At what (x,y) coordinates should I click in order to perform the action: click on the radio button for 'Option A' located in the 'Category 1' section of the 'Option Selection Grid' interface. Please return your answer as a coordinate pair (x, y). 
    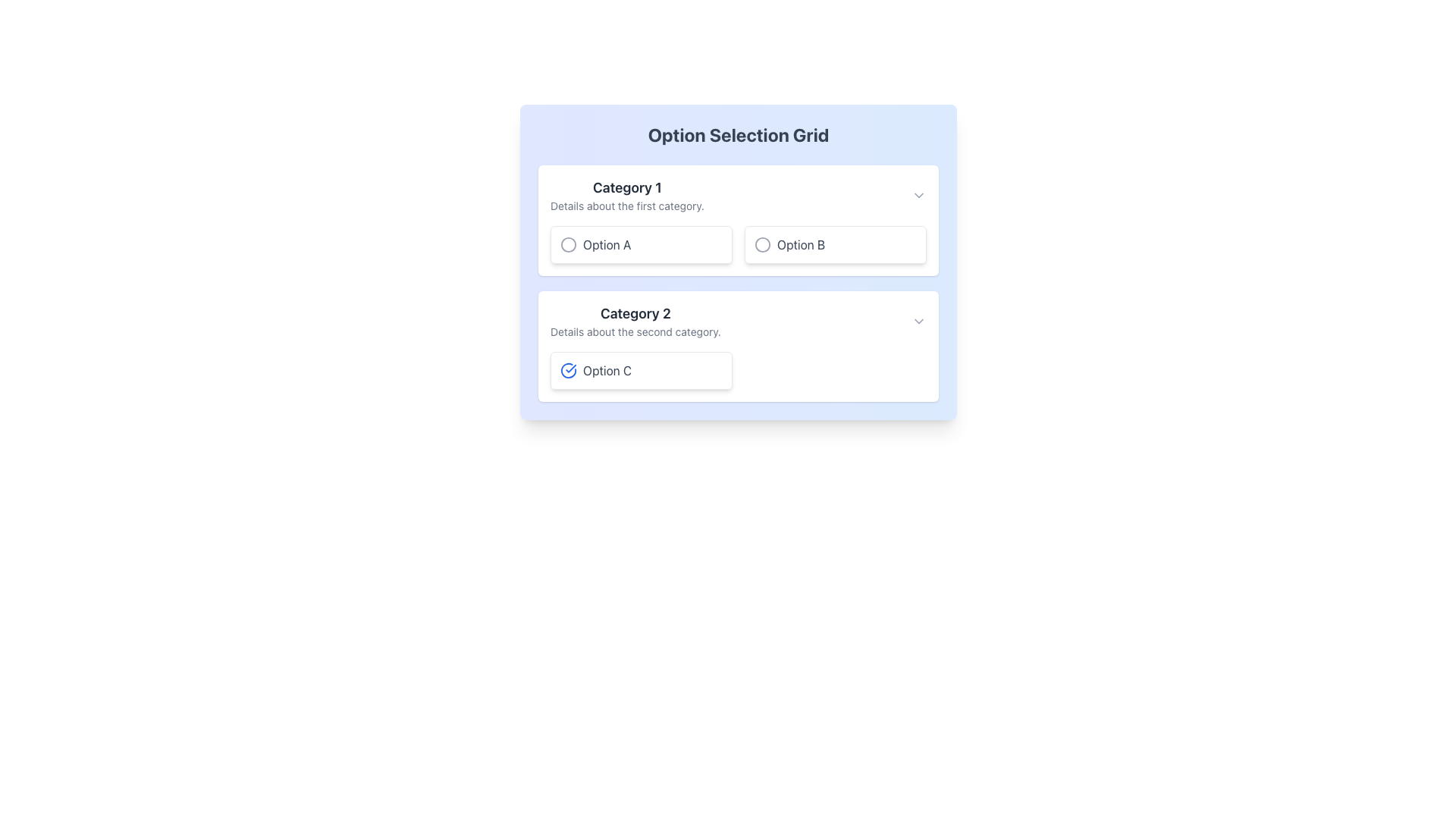
    Looking at the image, I should click on (567, 244).